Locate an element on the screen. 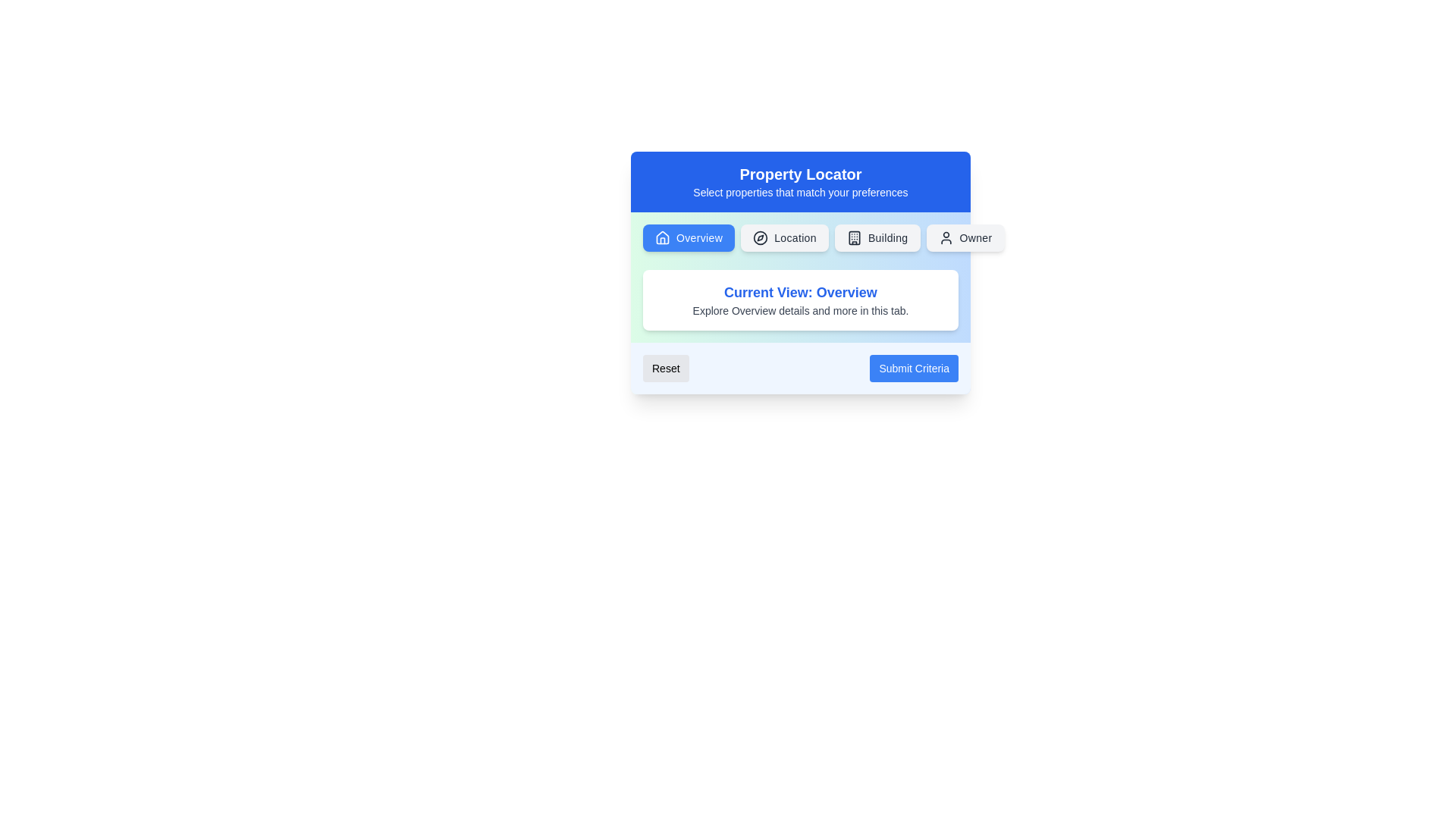 The height and width of the screenshot is (819, 1456). the 'Location' text label within the navigation button is located at coordinates (795, 237).